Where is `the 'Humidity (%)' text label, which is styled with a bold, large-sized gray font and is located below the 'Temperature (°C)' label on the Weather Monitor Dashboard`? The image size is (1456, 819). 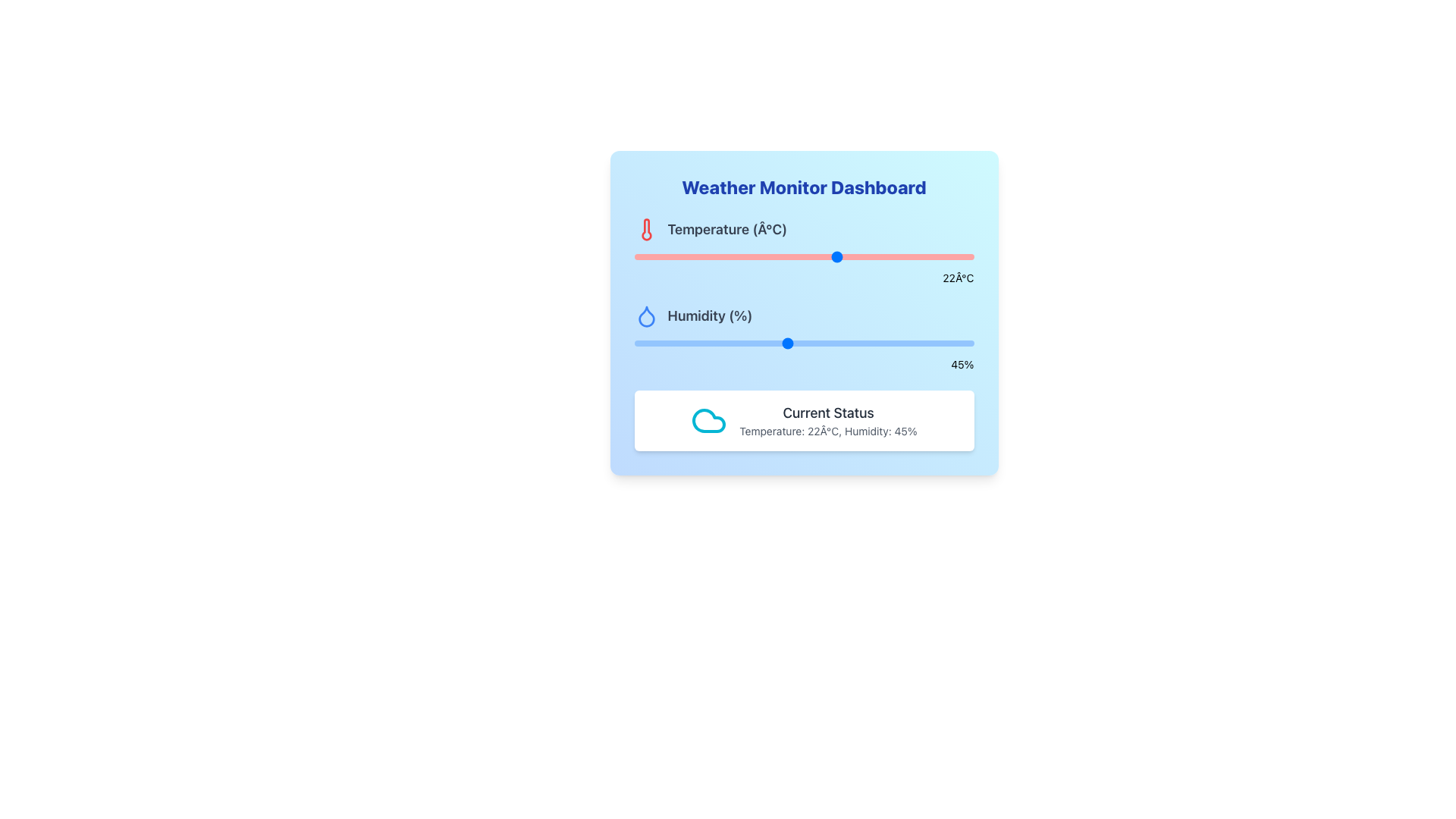 the 'Humidity (%)' text label, which is styled with a bold, large-sized gray font and is located below the 'Temperature (°C)' label on the Weather Monitor Dashboard is located at coordinates (709, 315).